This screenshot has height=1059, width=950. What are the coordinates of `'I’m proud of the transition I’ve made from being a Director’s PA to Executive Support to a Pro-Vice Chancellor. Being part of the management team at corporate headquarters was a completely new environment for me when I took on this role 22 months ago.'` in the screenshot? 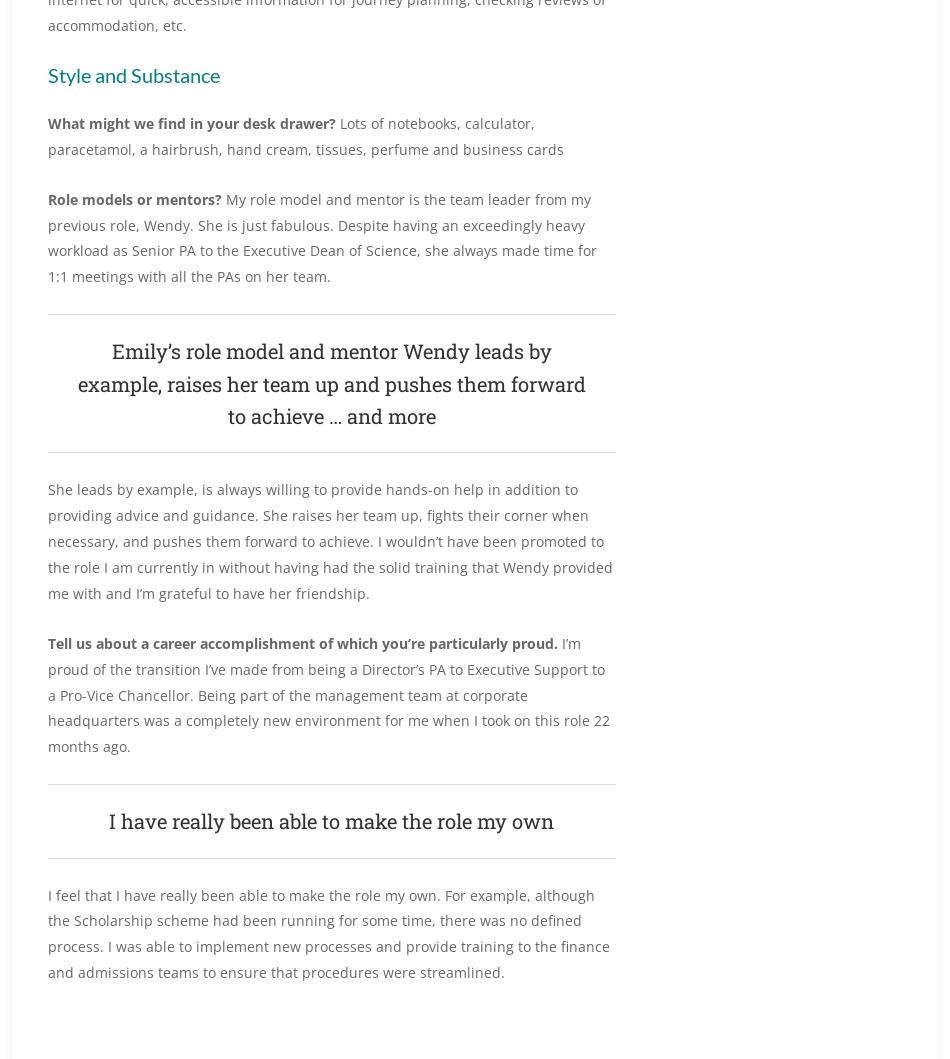 It's located at (327, 694).